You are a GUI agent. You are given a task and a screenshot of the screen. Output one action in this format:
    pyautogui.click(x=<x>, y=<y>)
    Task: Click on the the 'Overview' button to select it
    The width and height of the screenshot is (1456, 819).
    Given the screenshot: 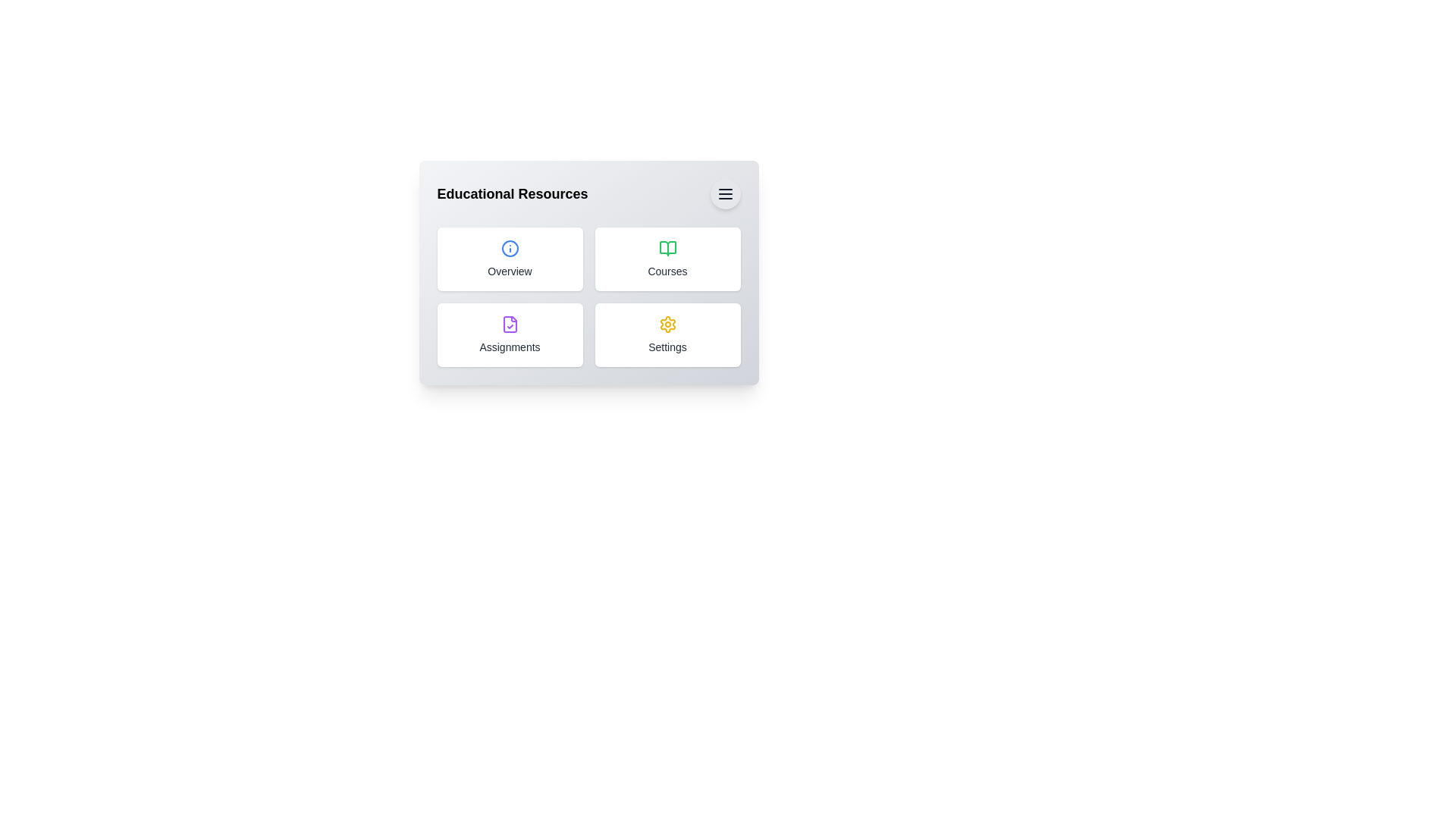 What is the action you would take?
    pyautogui.click(x=510, y=259)
    